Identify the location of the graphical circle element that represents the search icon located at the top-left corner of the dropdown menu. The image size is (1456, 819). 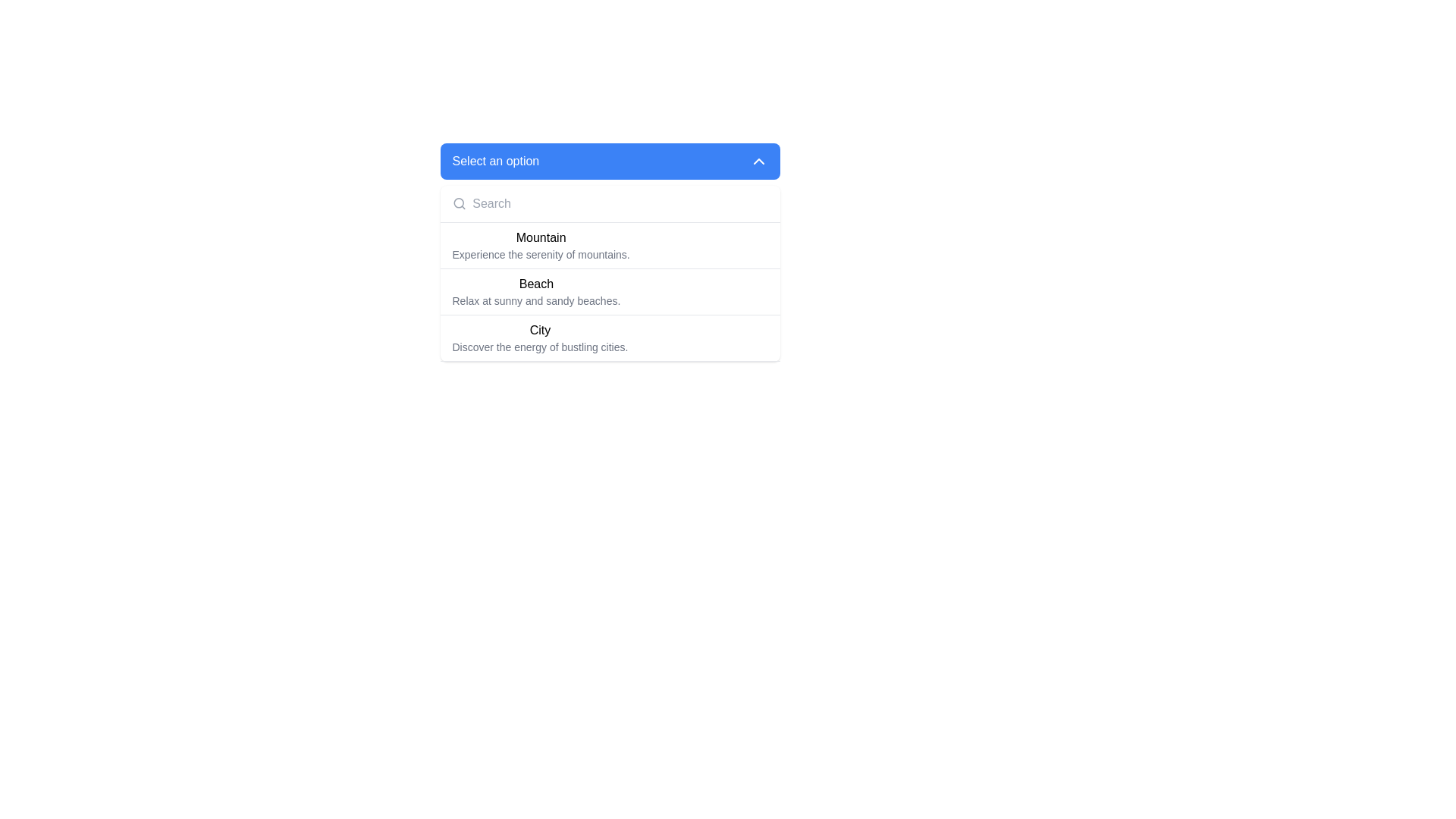
(457, 202).